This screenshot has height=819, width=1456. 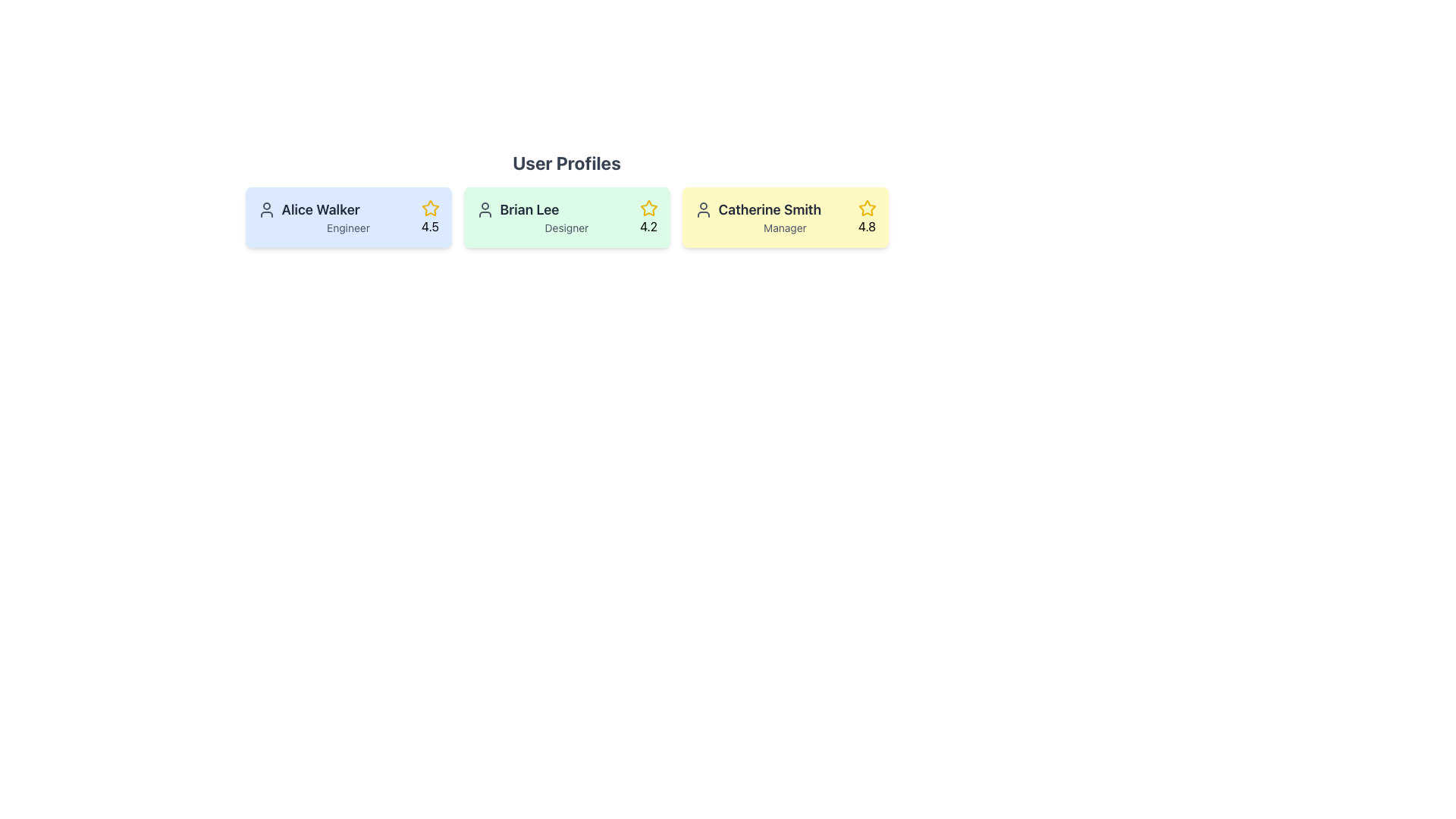 What do you see at coordinates (867, 217) in the screenshot?
I see `the Rating indicator located in the top-right corner of the 'Catherine Smith' profile card, which shows a numerical value and a star icon, indicating customer feedback or performance` at bounding box center [867, 217].